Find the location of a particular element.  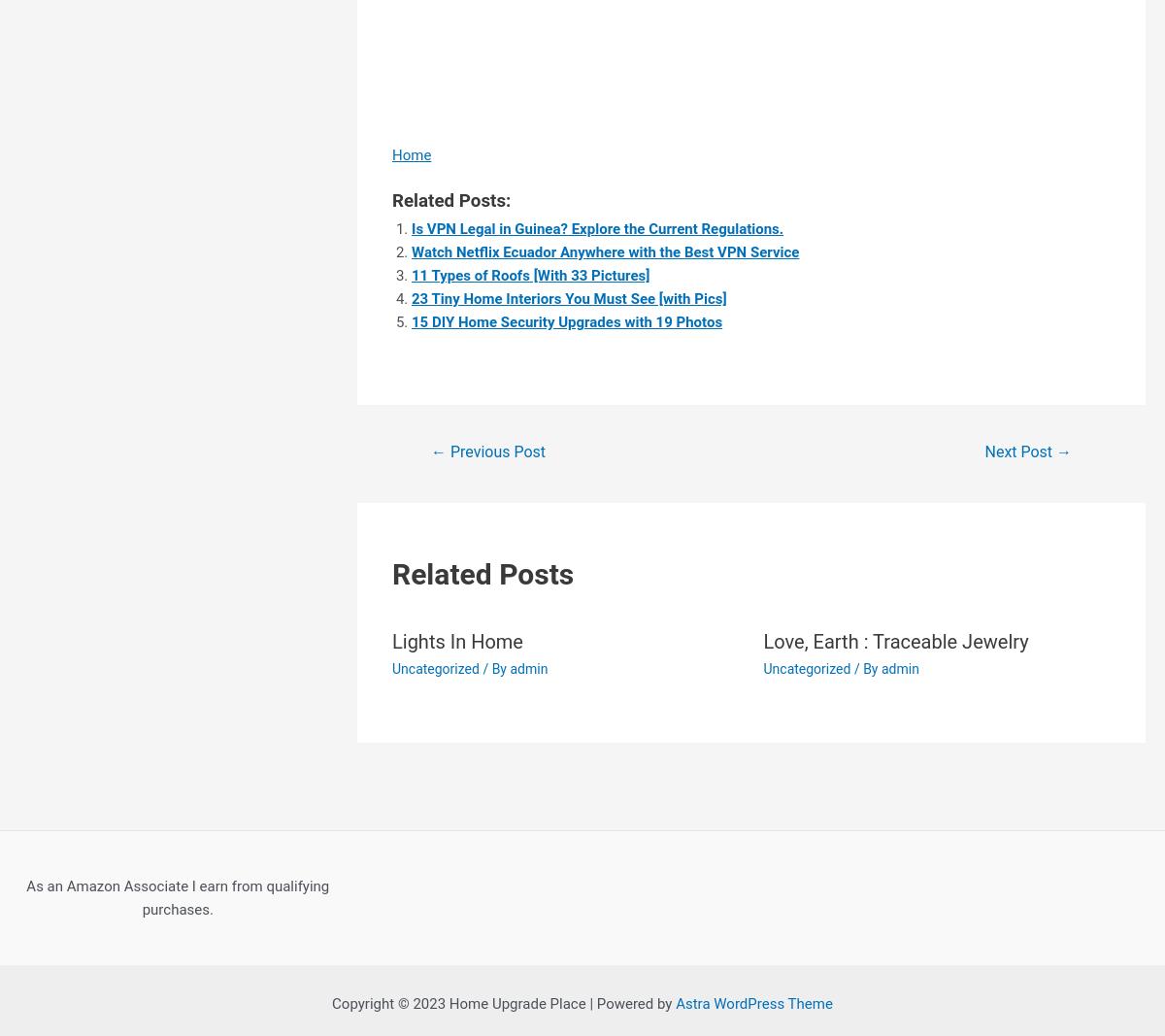

'Love, Earth : Traceable Jewelry' is located at coordinates (762, 641).